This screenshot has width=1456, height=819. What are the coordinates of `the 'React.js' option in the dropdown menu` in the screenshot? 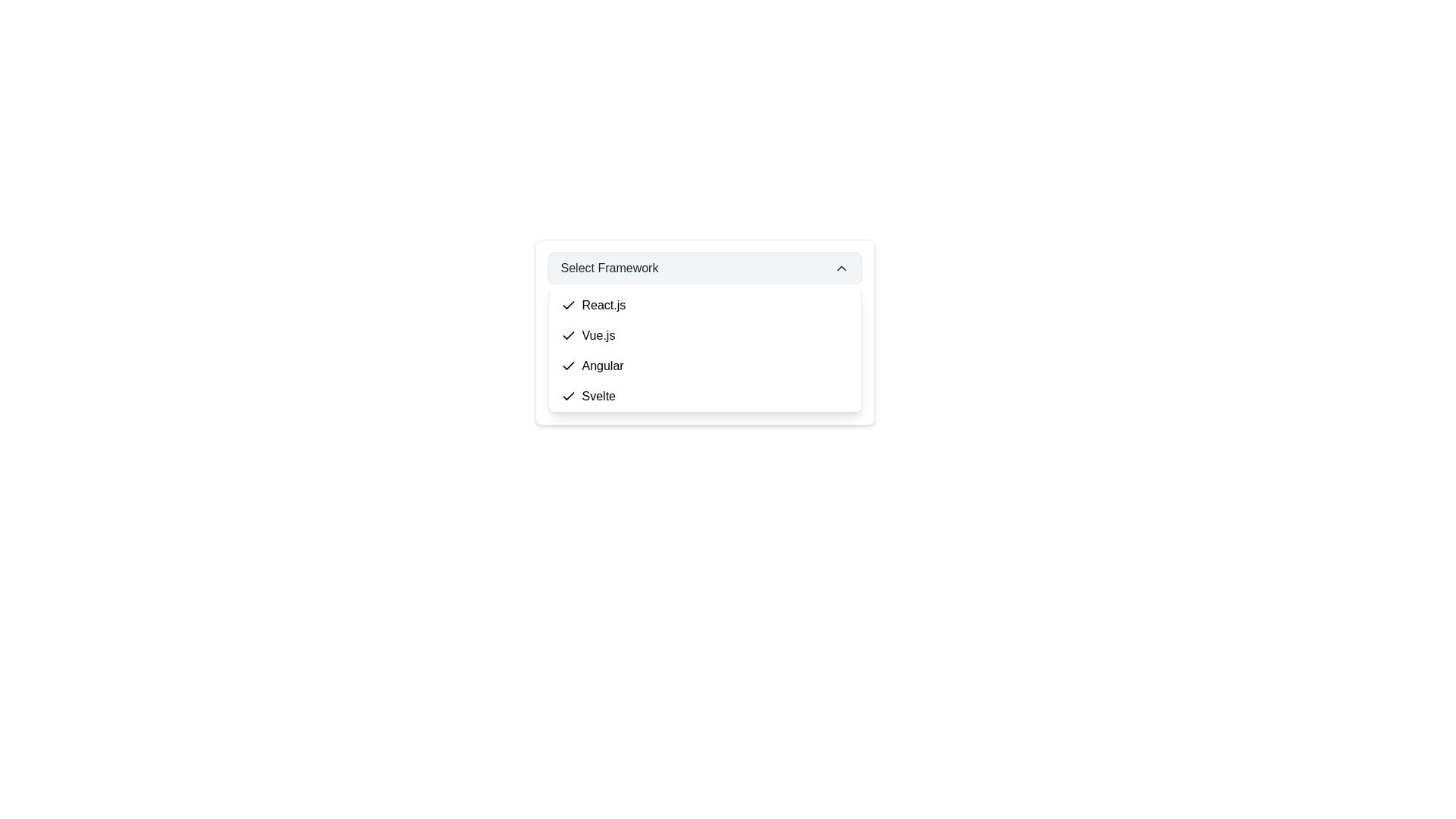 It's located at (704, 305).